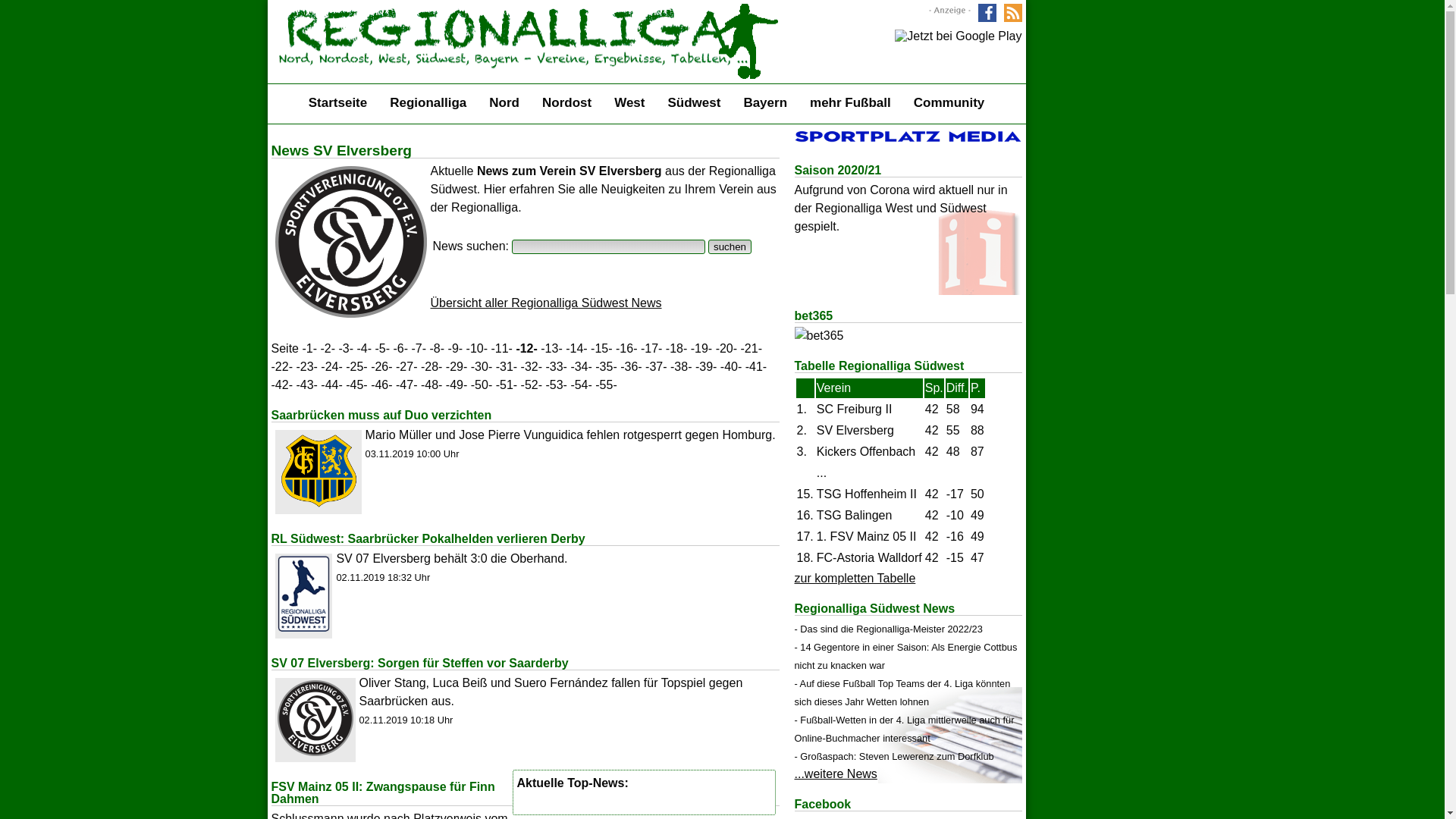 Image resolution: width=1456 pixels, height=819 pixels. What do you see at coordinates (345, 348) in the screenshot?
I see `'-3-'` at bounding box center [345, 348].